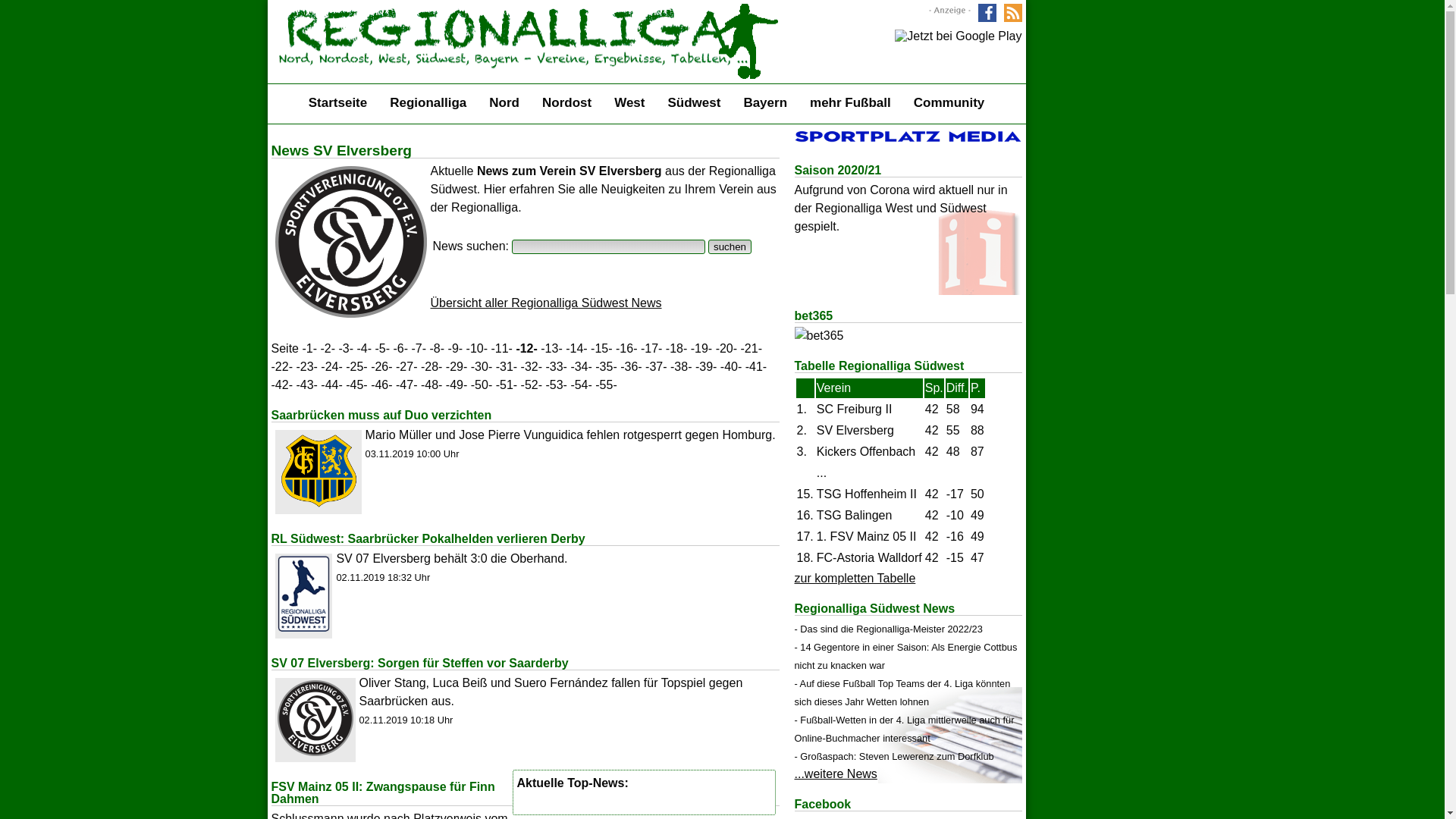 Image resolution: width=1456 pixels, height=819 pixels. What do you see at coordinates (345, 348) in the screenshot?
I see `'-3-'` at bounding box center [345, 348].